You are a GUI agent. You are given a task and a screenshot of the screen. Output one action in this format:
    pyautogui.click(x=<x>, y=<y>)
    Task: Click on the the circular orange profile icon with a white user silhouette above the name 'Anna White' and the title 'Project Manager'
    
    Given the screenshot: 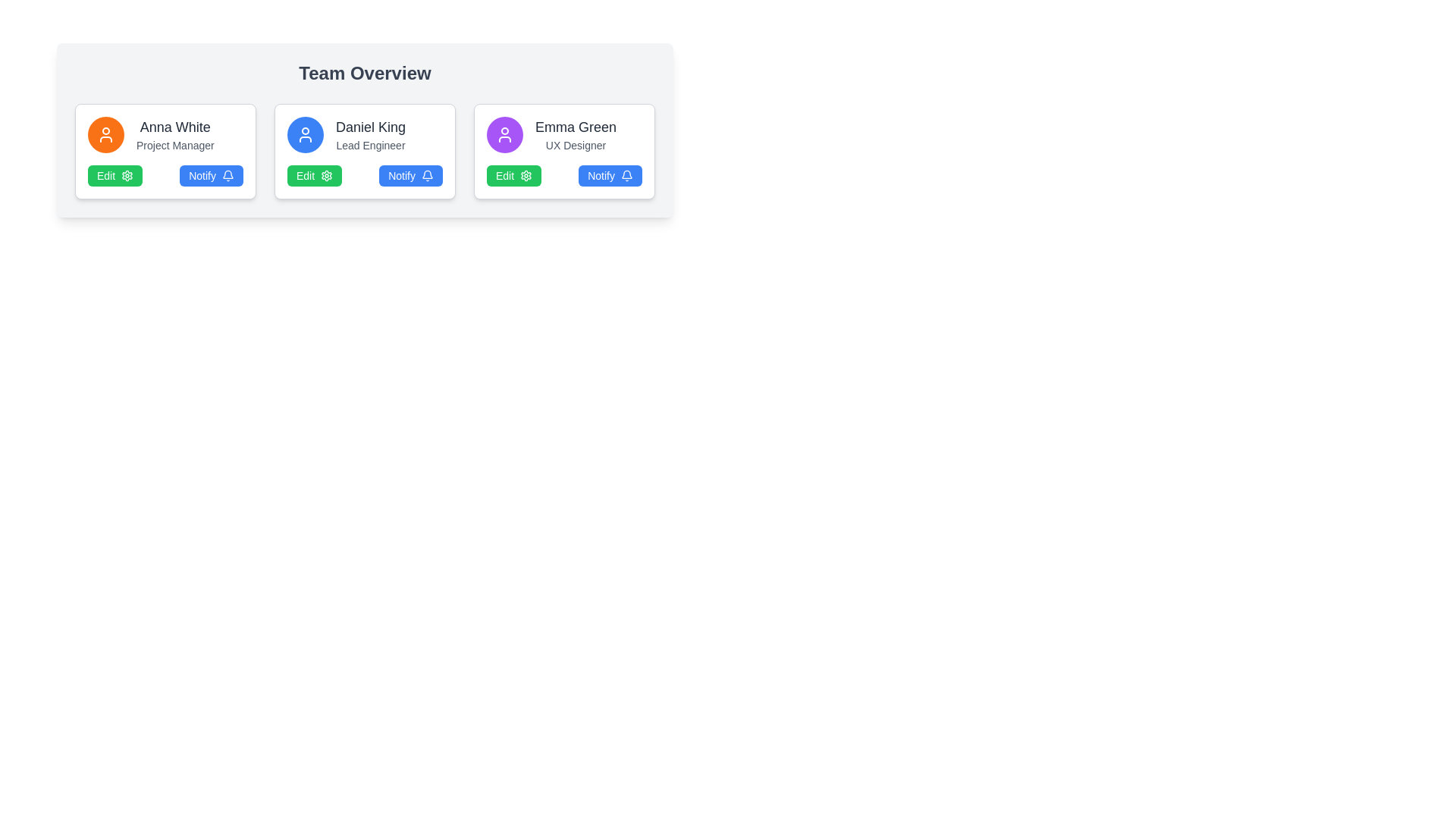 What is the action you would take?
    pyautogui.click(x=105, y=133)
    